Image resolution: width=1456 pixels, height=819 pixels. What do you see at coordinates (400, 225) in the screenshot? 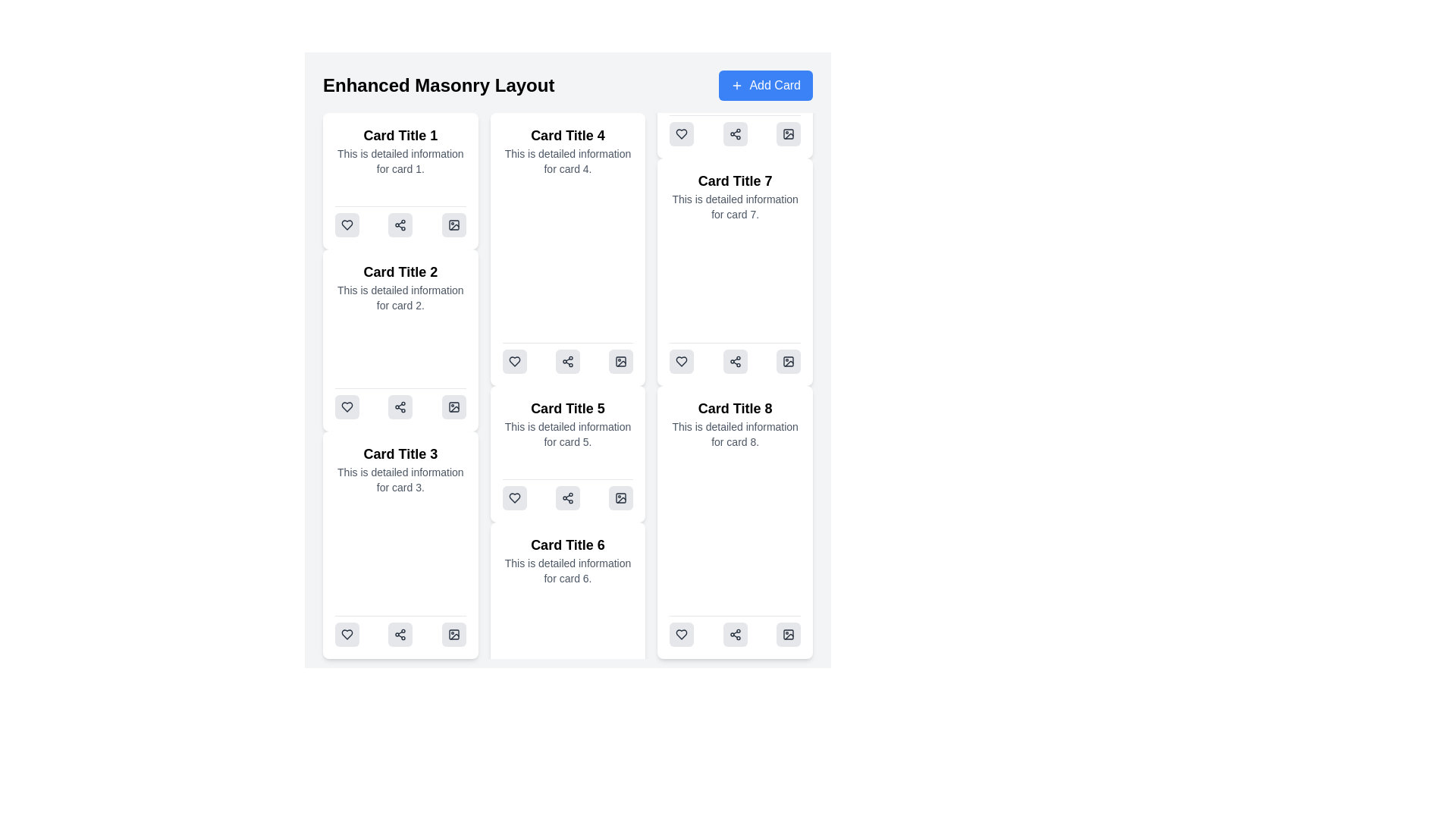
I see `the middle icon button resembling nodes connected by lines` at bounding box center [400, 225].